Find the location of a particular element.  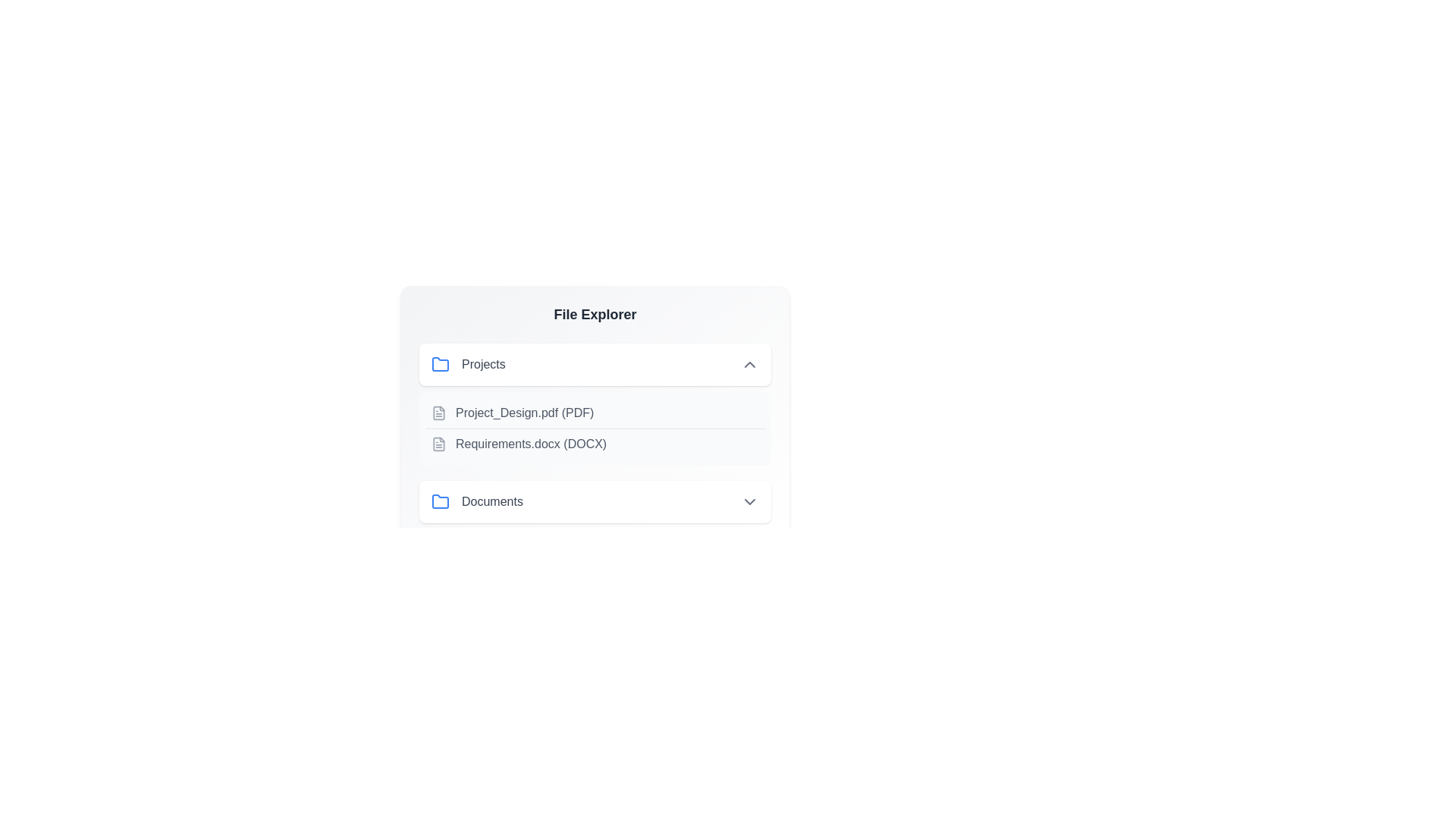

the file or directory identified by Projects is located at coordinates (595, 365).